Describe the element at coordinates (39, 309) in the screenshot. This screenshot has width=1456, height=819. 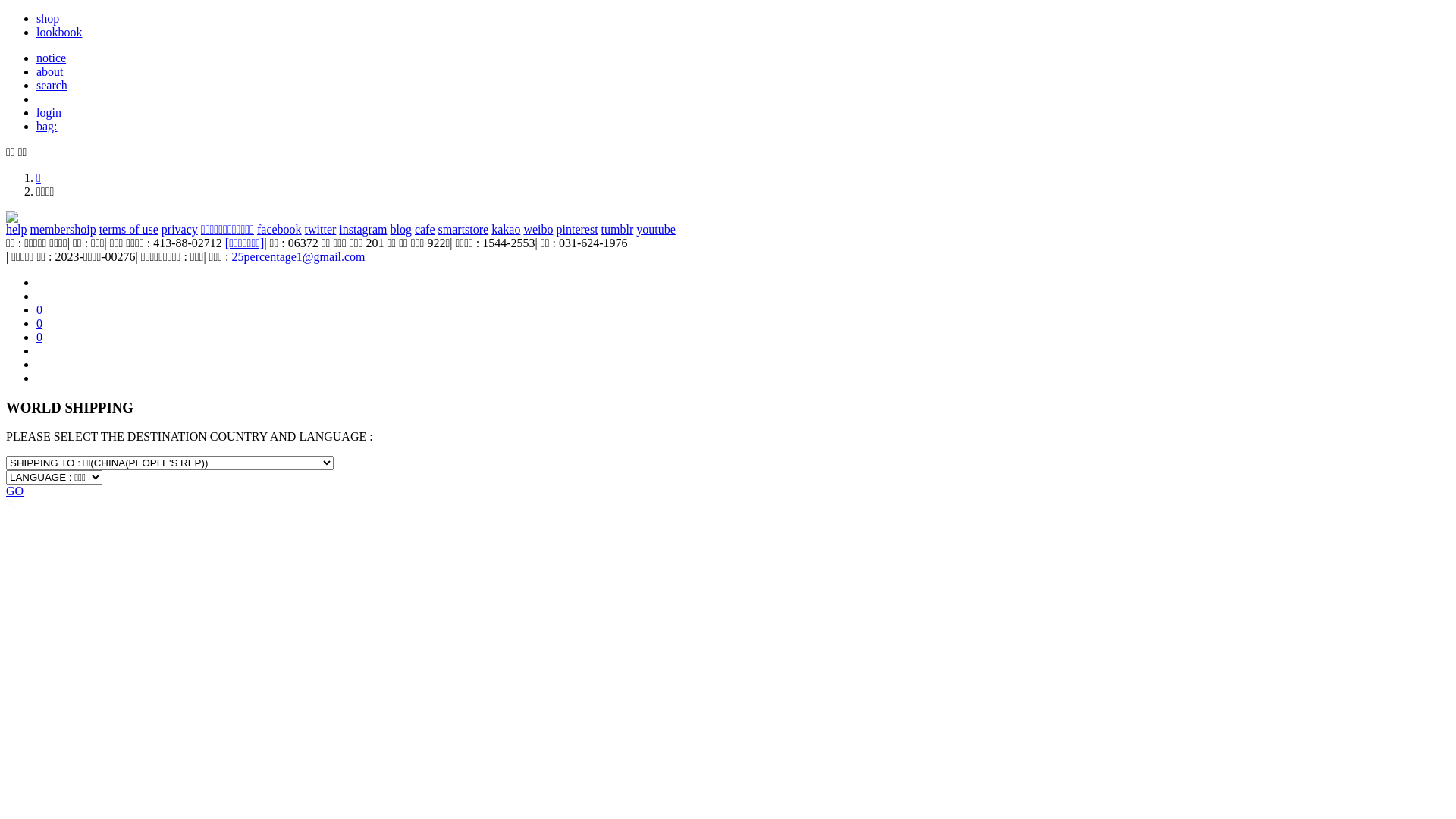
I see `'0'` at that location.